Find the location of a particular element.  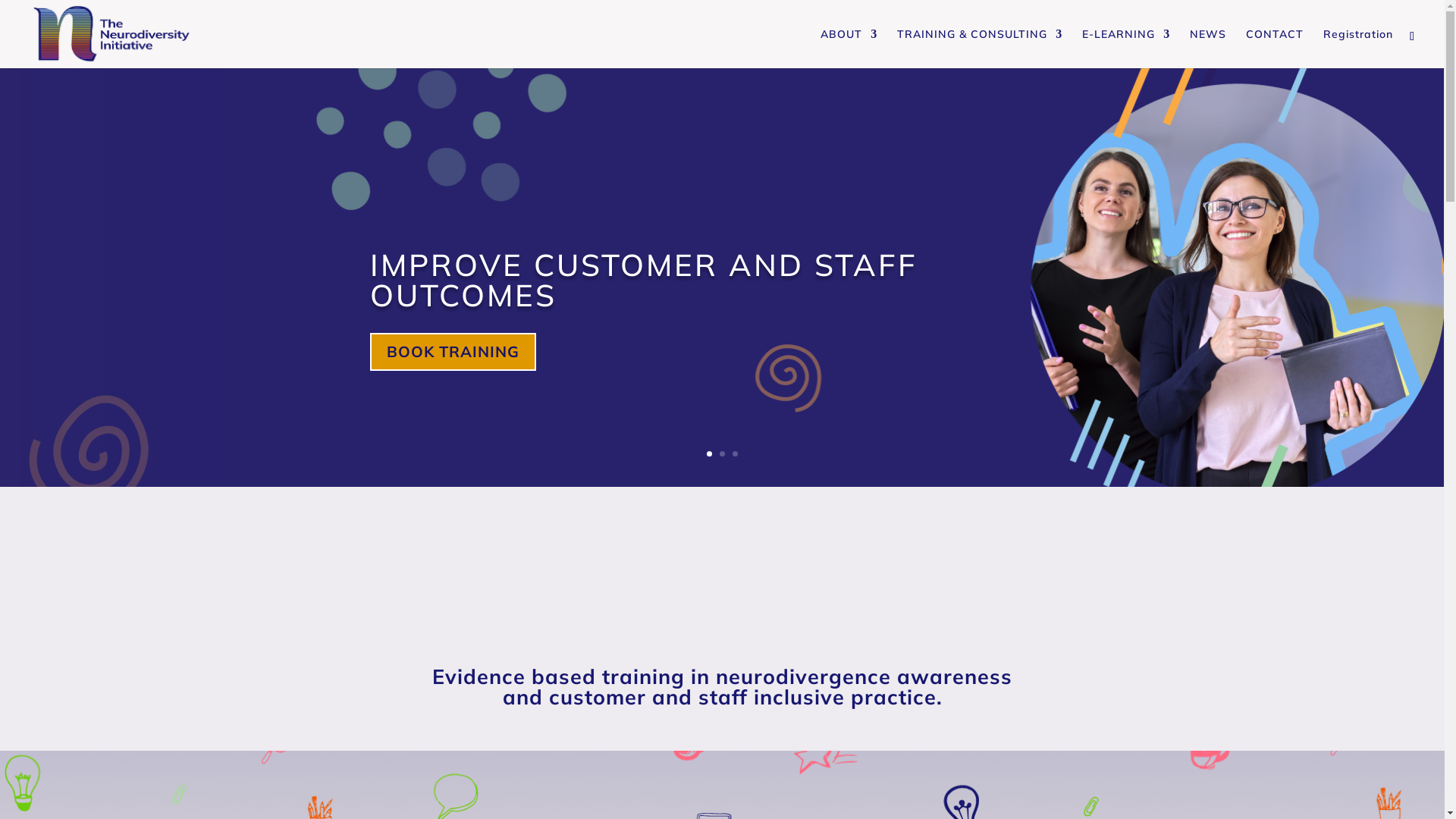

'CONTACT' is located at coordinates (1274, 48).